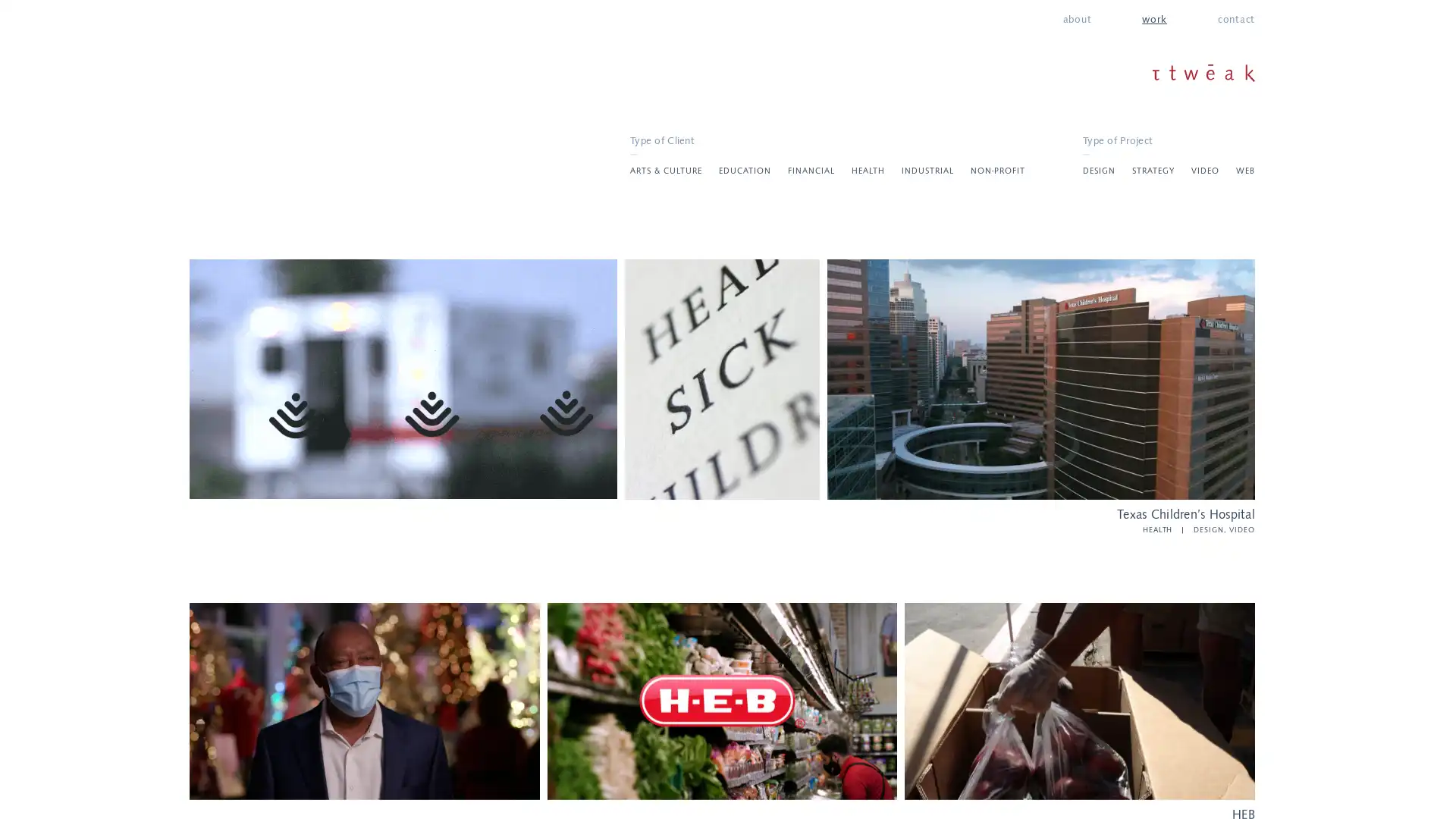 The image size is (1456, 819). I want to click on VIDEO, so click(1204, 171).